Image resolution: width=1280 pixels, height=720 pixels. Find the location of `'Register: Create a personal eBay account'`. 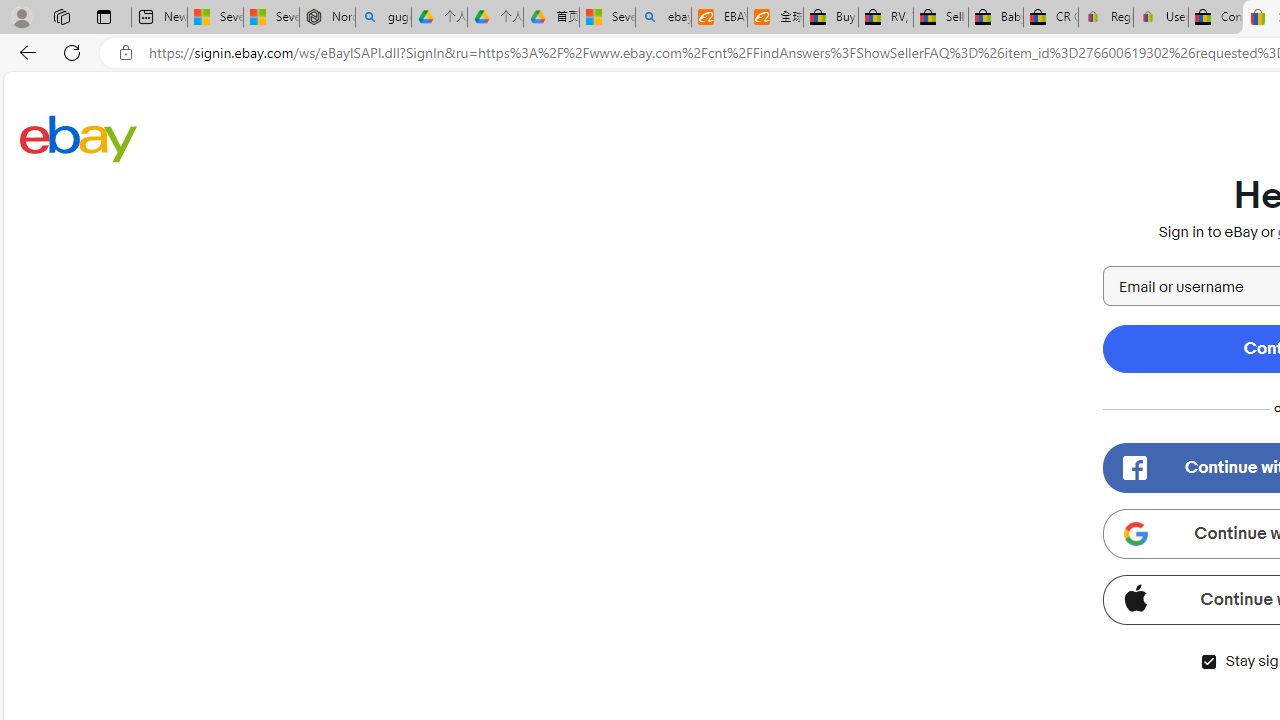

'Register: Create a personal eBay account' is located at coordinates (1104, 17).